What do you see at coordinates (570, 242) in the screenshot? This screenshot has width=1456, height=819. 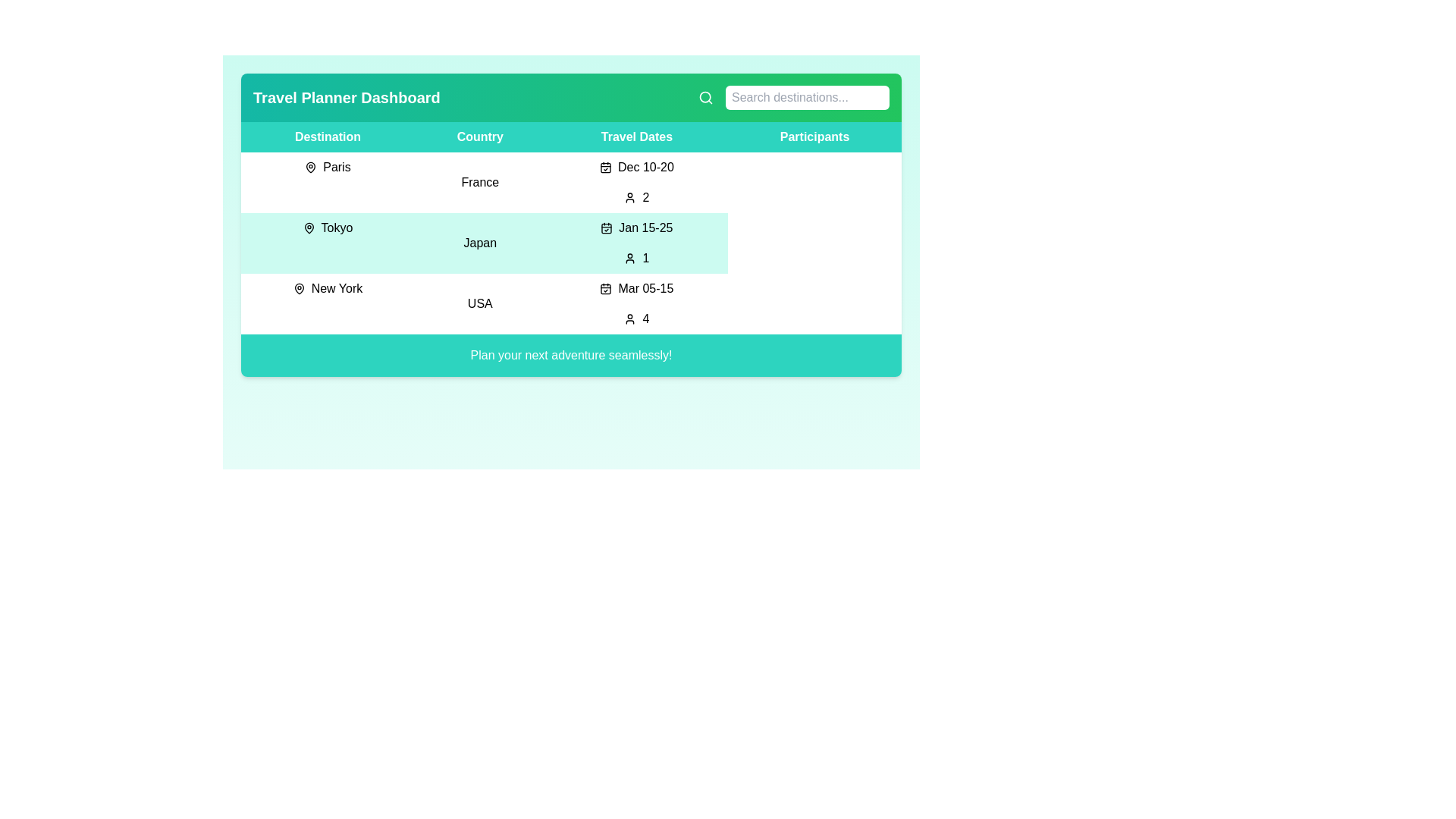 I see `the icons in the second row of the data table in the 'Travel Planner Dashboard' interface, which contains details for 'Tokyo', 'Japan', 'Jan 15-25', and '1'` at bounding box center [570, 242].